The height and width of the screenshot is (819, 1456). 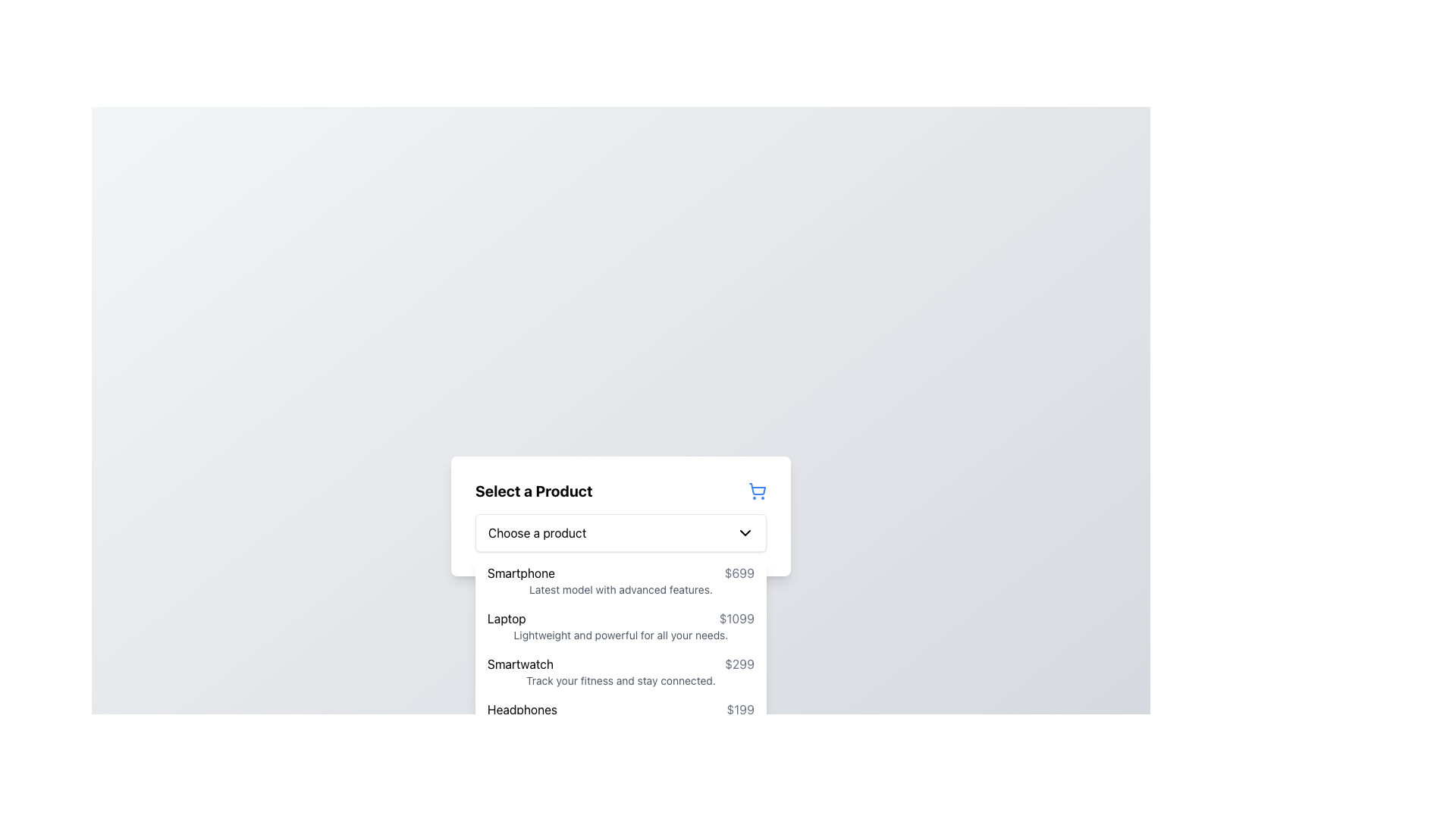 What do you see at coordinates (621, 626) in the screenshot?
I see `the second item in the product selection dropdown labeled 'Laptop'` at bounding box center [621, 626].